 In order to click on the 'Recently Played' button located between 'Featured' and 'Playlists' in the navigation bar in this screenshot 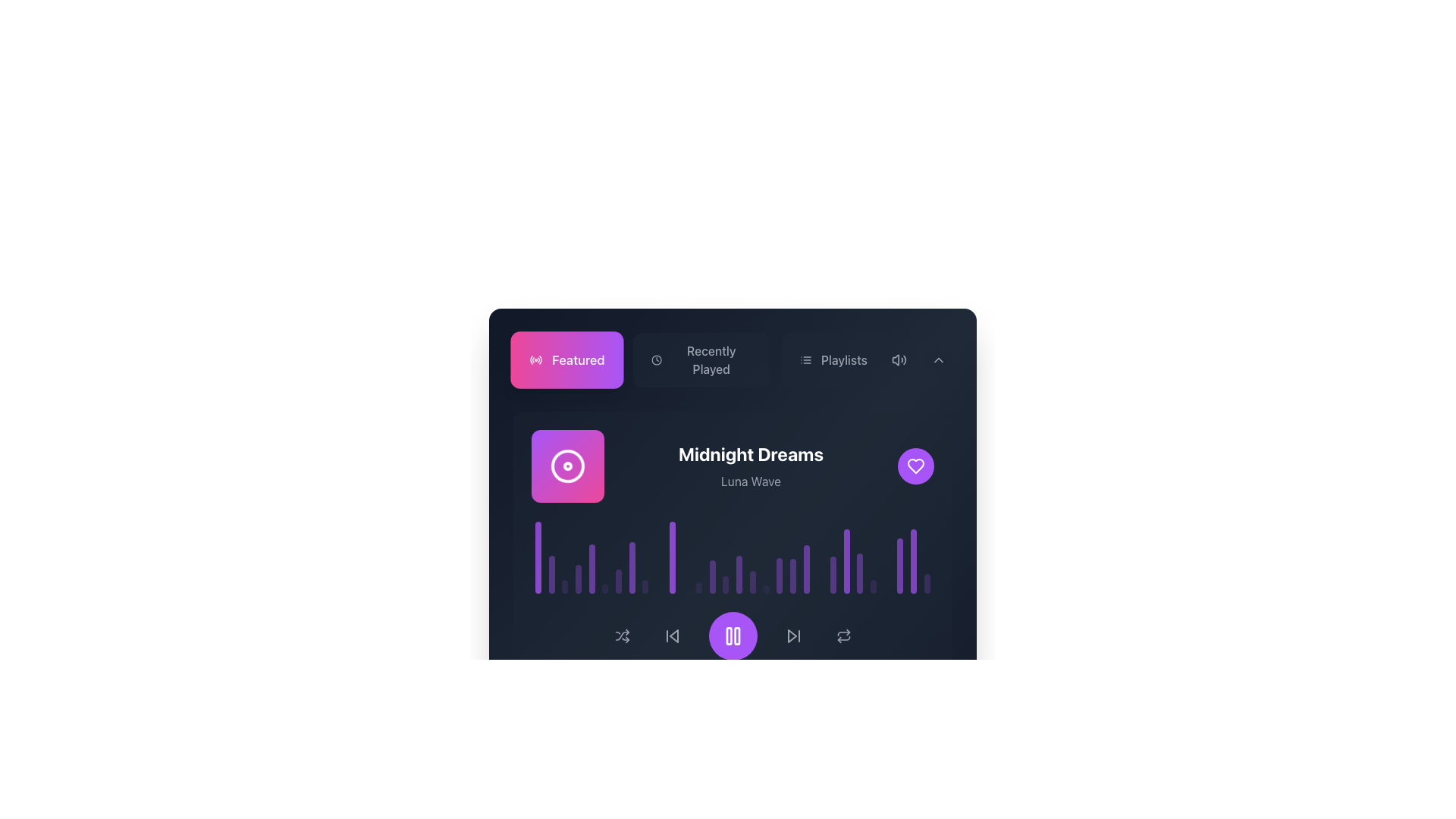, I will do `click(698, 359)`.